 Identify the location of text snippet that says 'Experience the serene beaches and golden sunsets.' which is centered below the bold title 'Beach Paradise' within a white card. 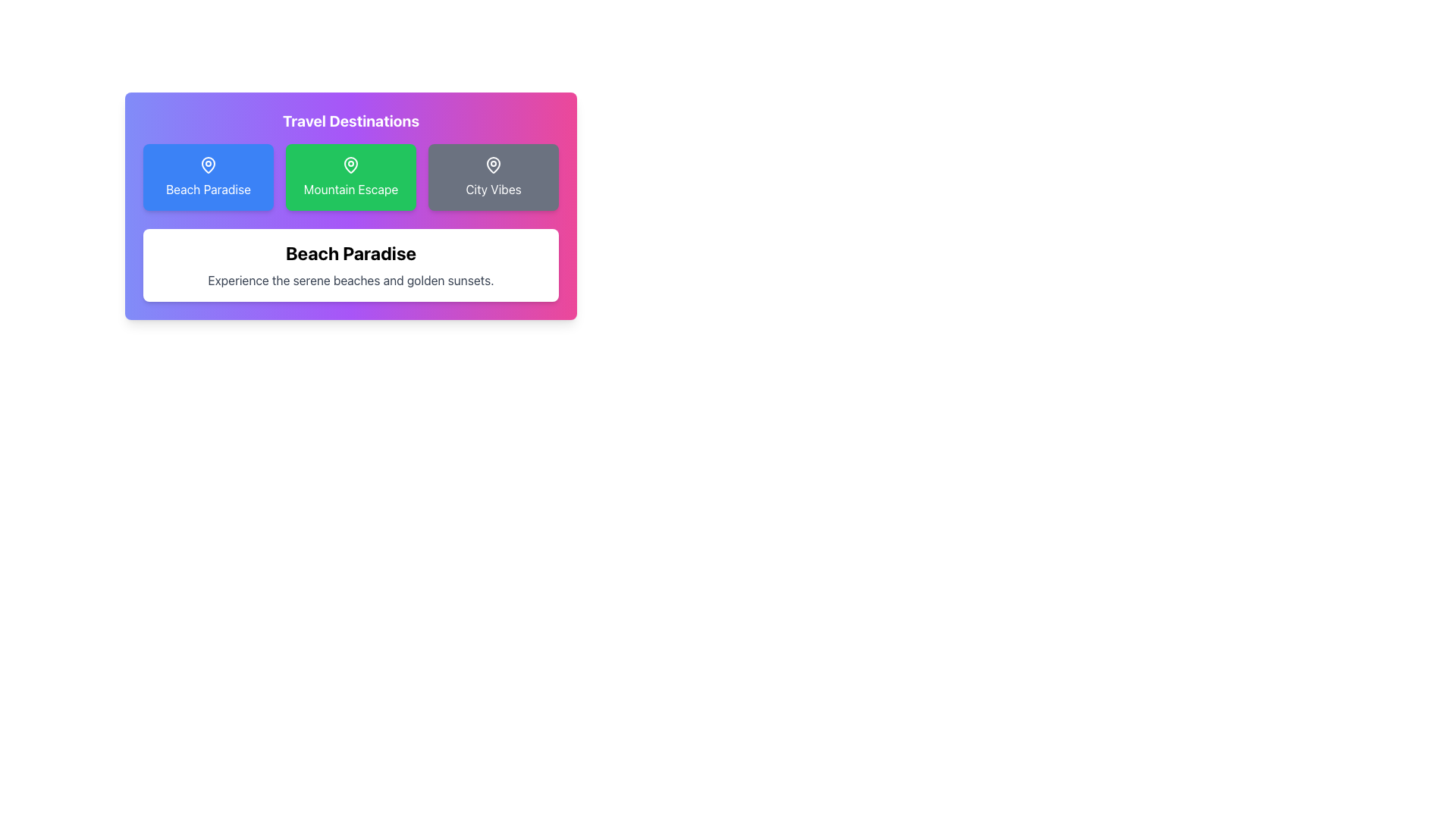
(350, 281).